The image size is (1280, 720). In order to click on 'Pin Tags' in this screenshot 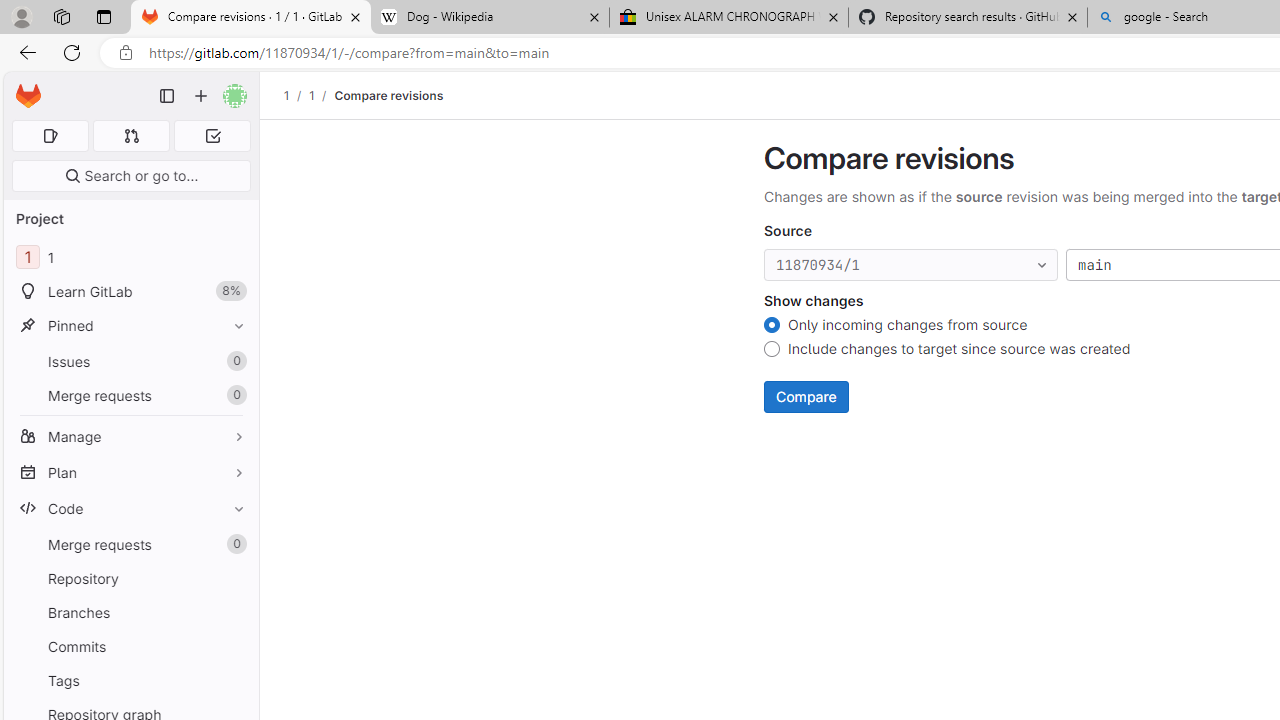, I will do `click(234, 679)`.